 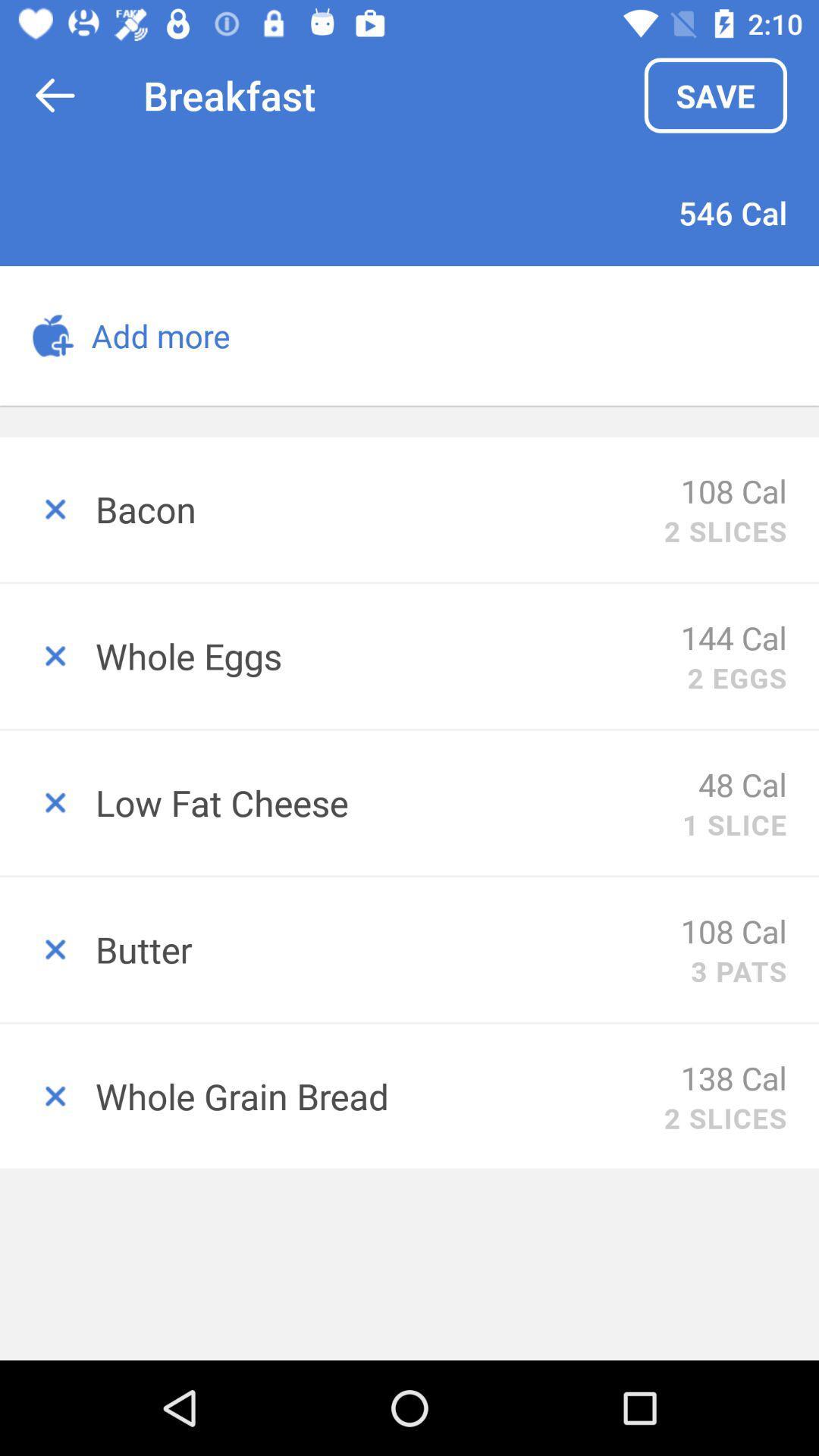 What do you see at coordinates (46, 949) in the screenshot?
I see `delete` at bounding box center [46, 949].